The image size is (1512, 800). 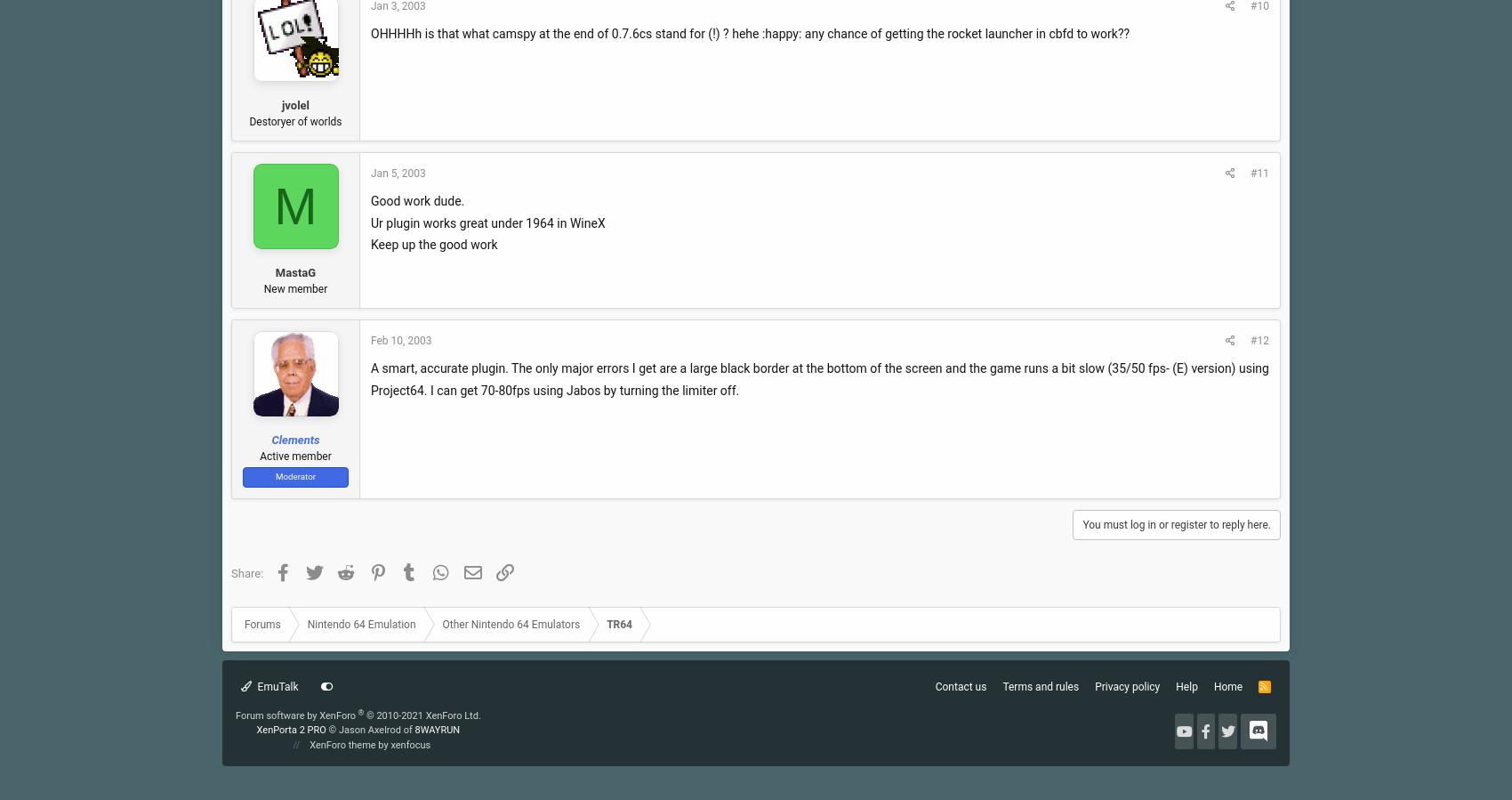 What do you see at coordinates (417, 201) in the screenshot?
I see `'Good work dude.'` at bounding box center [417, 201].